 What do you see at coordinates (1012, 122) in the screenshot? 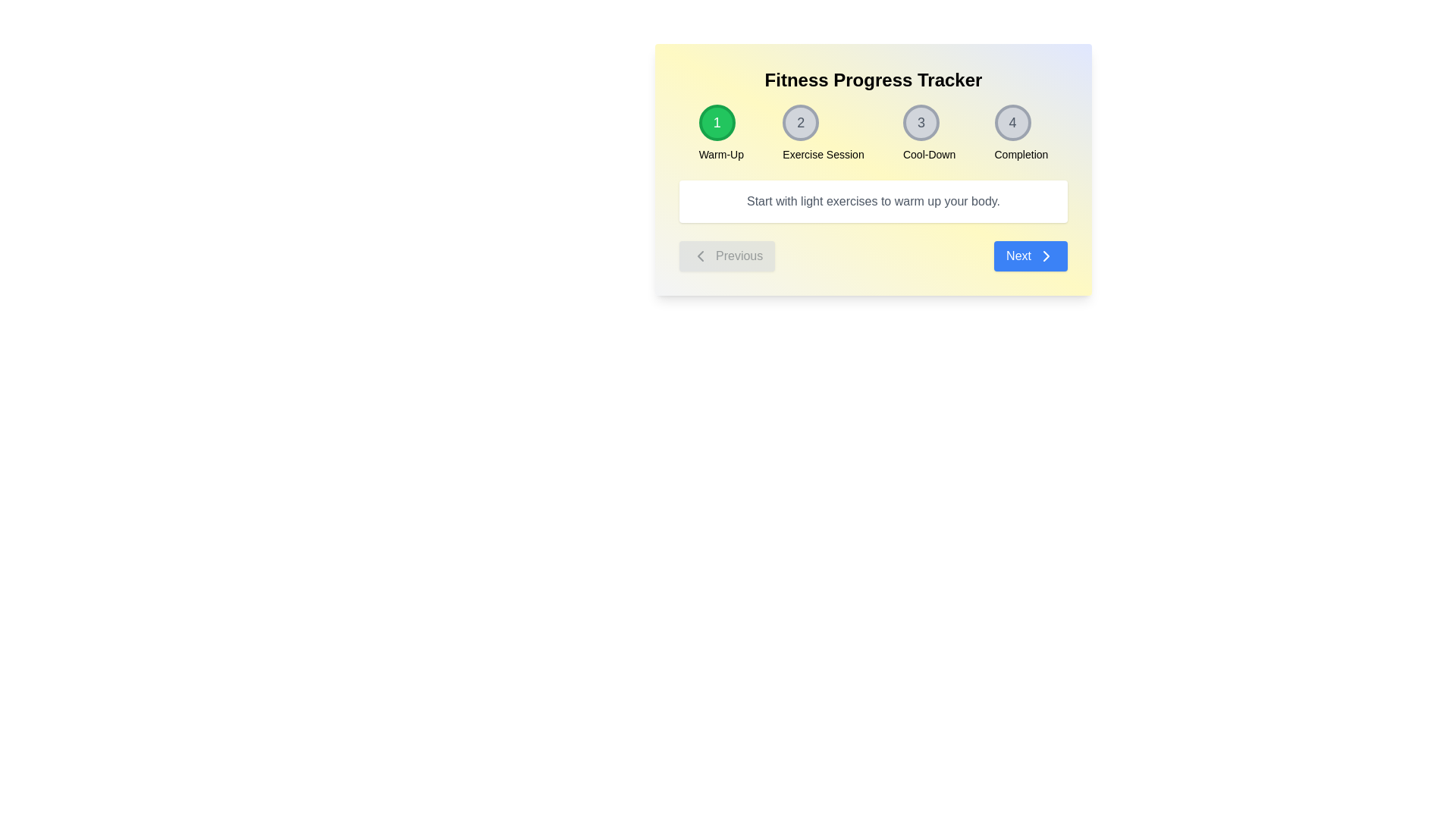
I see `the fourth step indicator in the progress tracker, located at the far right side under the 'Completion' label` at bounding box center [1012, 122].